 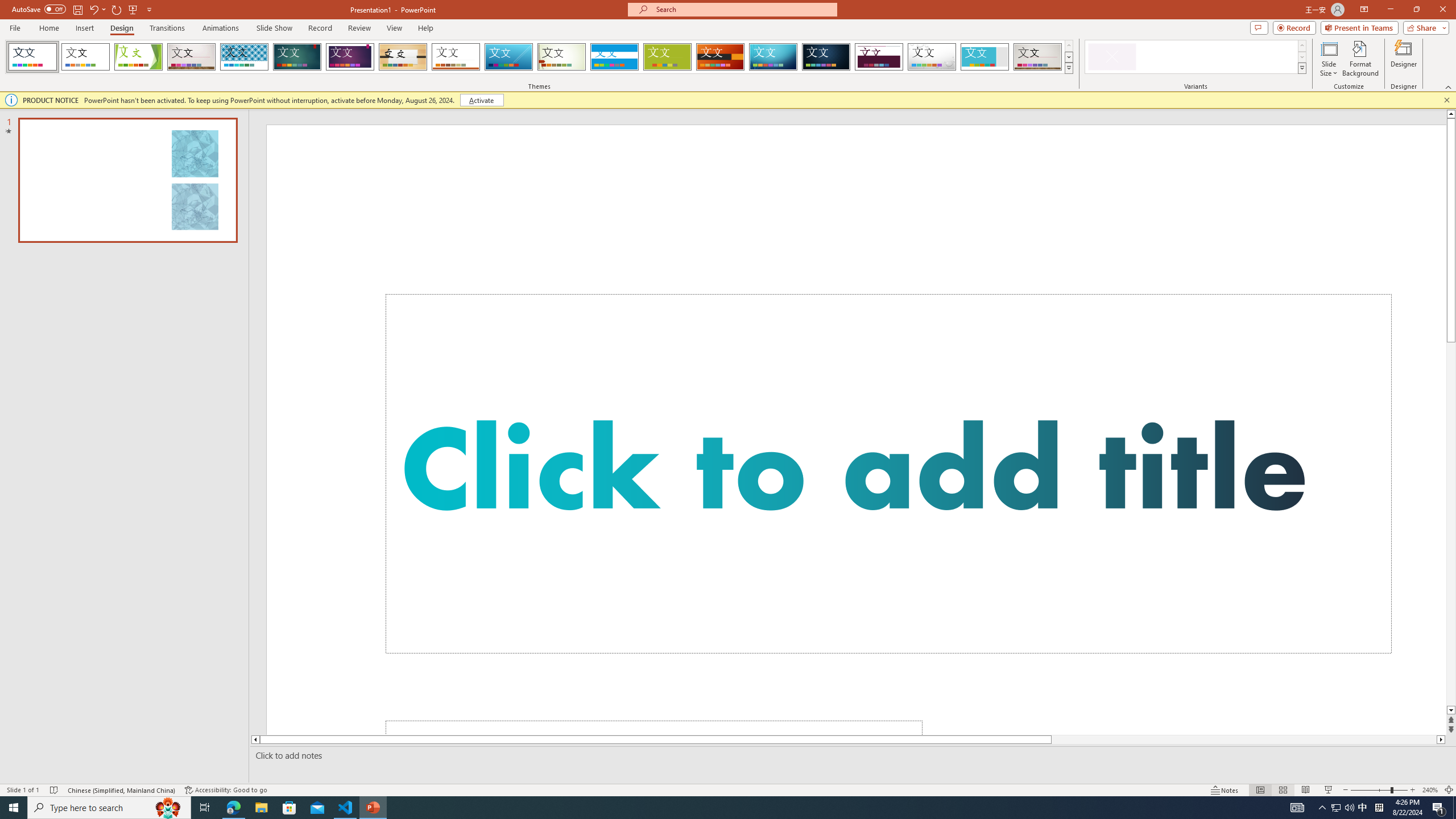 I want to click on 'Basis', so click(x=667, y=56).